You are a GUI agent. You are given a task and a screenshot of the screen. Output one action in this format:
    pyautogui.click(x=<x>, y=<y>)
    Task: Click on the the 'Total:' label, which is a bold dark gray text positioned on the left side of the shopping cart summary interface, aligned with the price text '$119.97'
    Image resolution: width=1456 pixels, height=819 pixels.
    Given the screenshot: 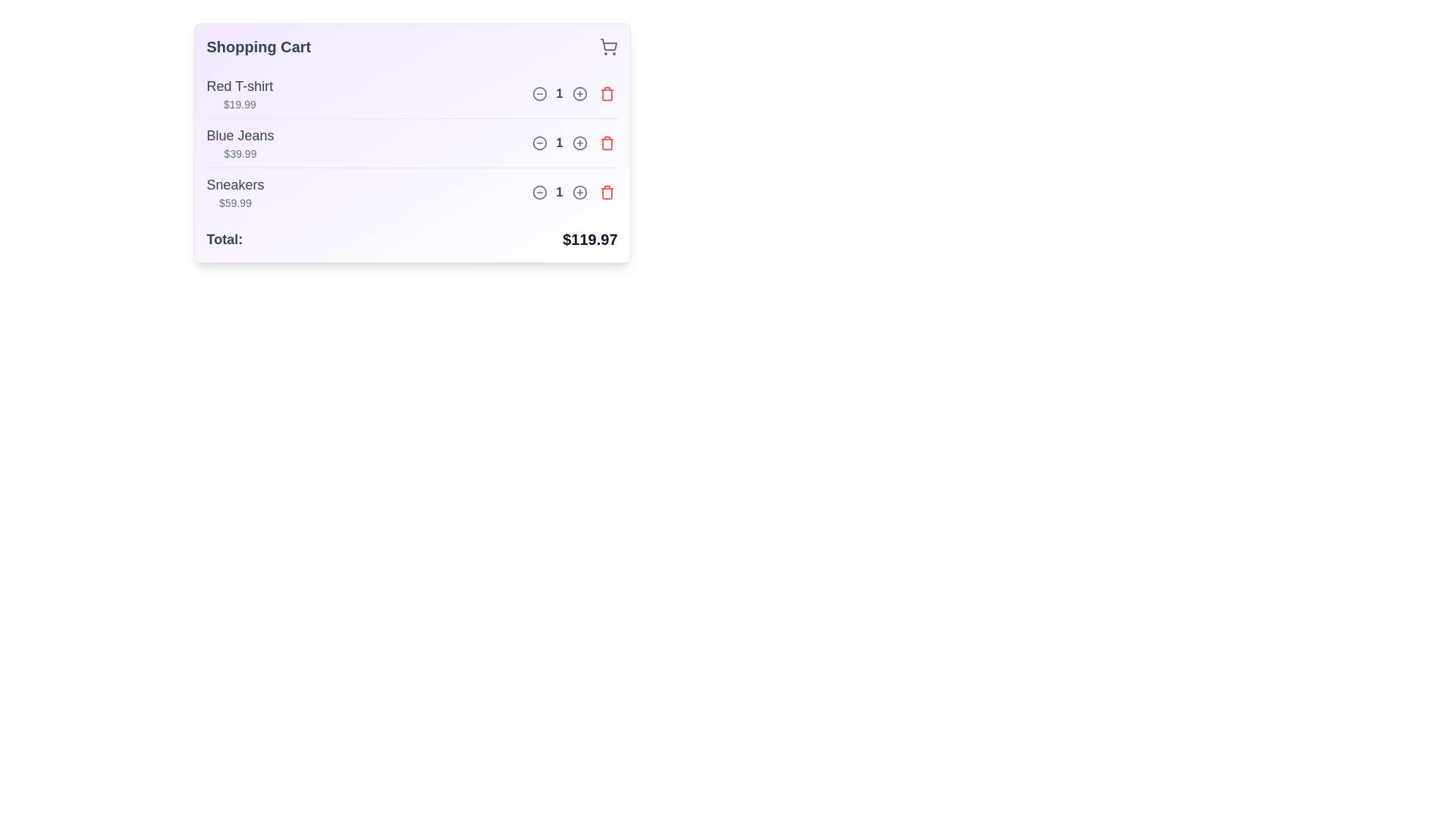 What is the action you would take?
    pyautogui.click(x=224, y=239)
    